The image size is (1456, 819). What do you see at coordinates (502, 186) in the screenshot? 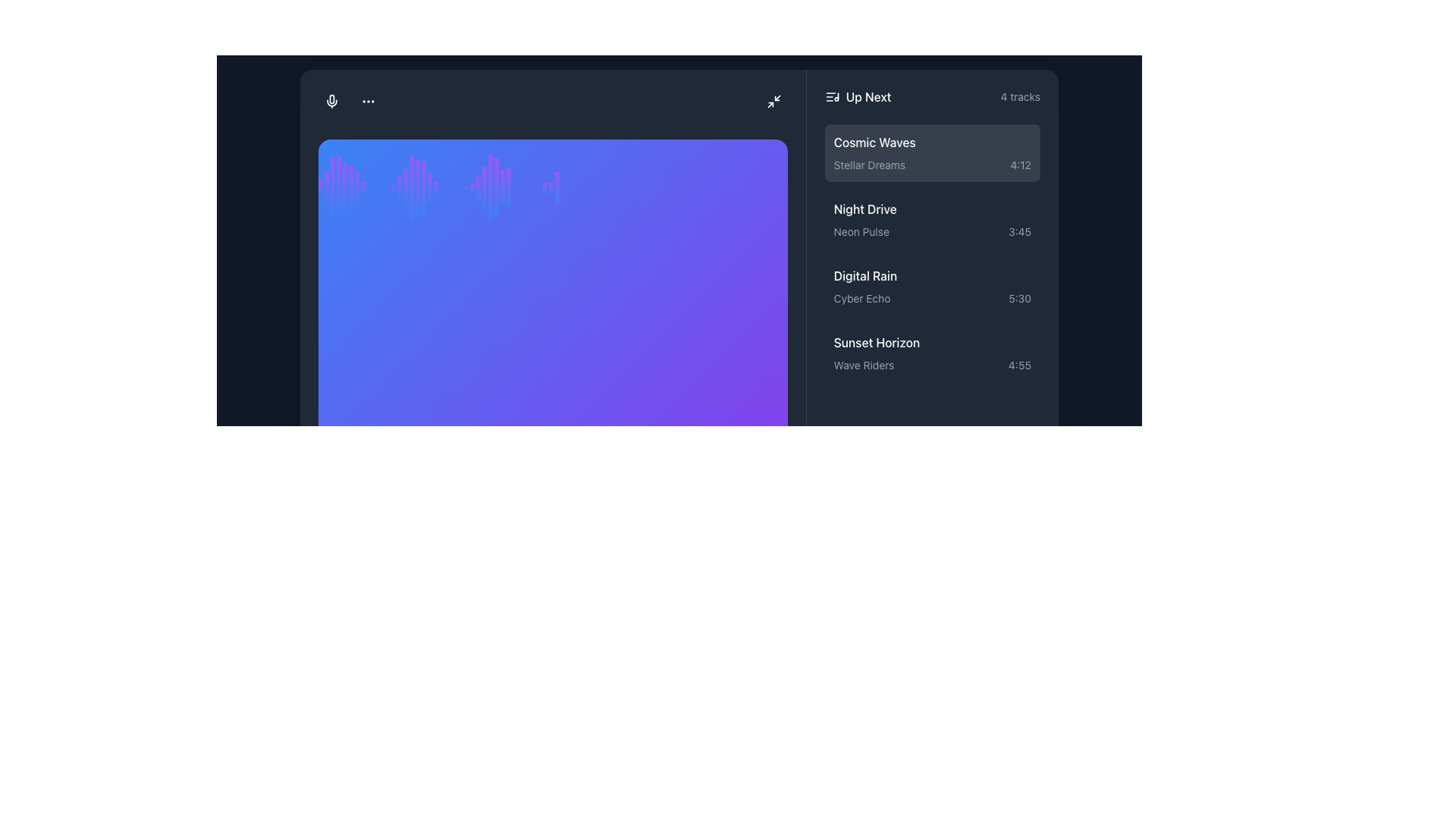
I see `the 29th vertical gradient bar, which transitions from blue to purple, located within a series of similar bars in the upper-left area of the interface` at bounding box center [502, 186].